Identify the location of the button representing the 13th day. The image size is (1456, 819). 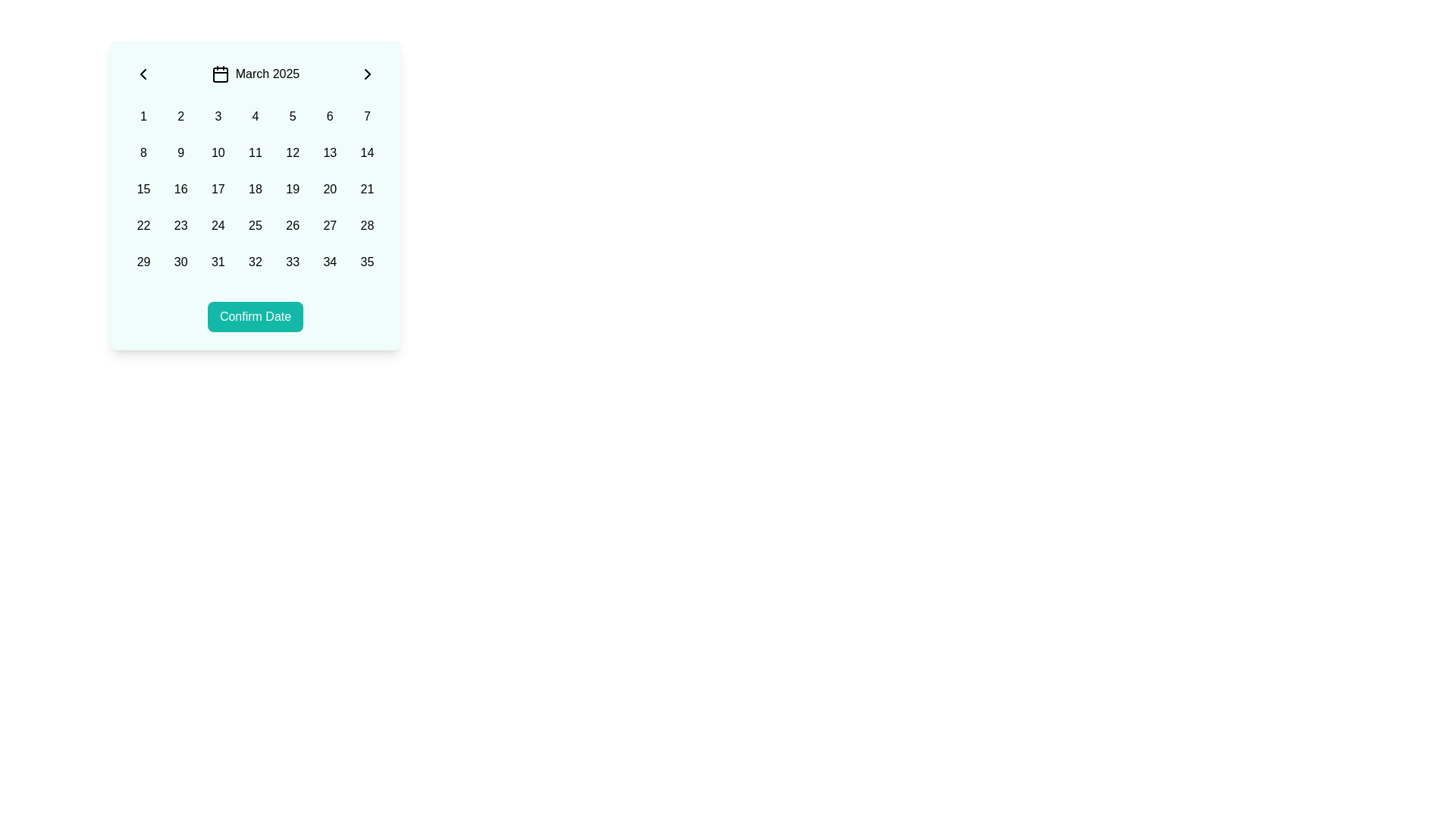
(329, 152).